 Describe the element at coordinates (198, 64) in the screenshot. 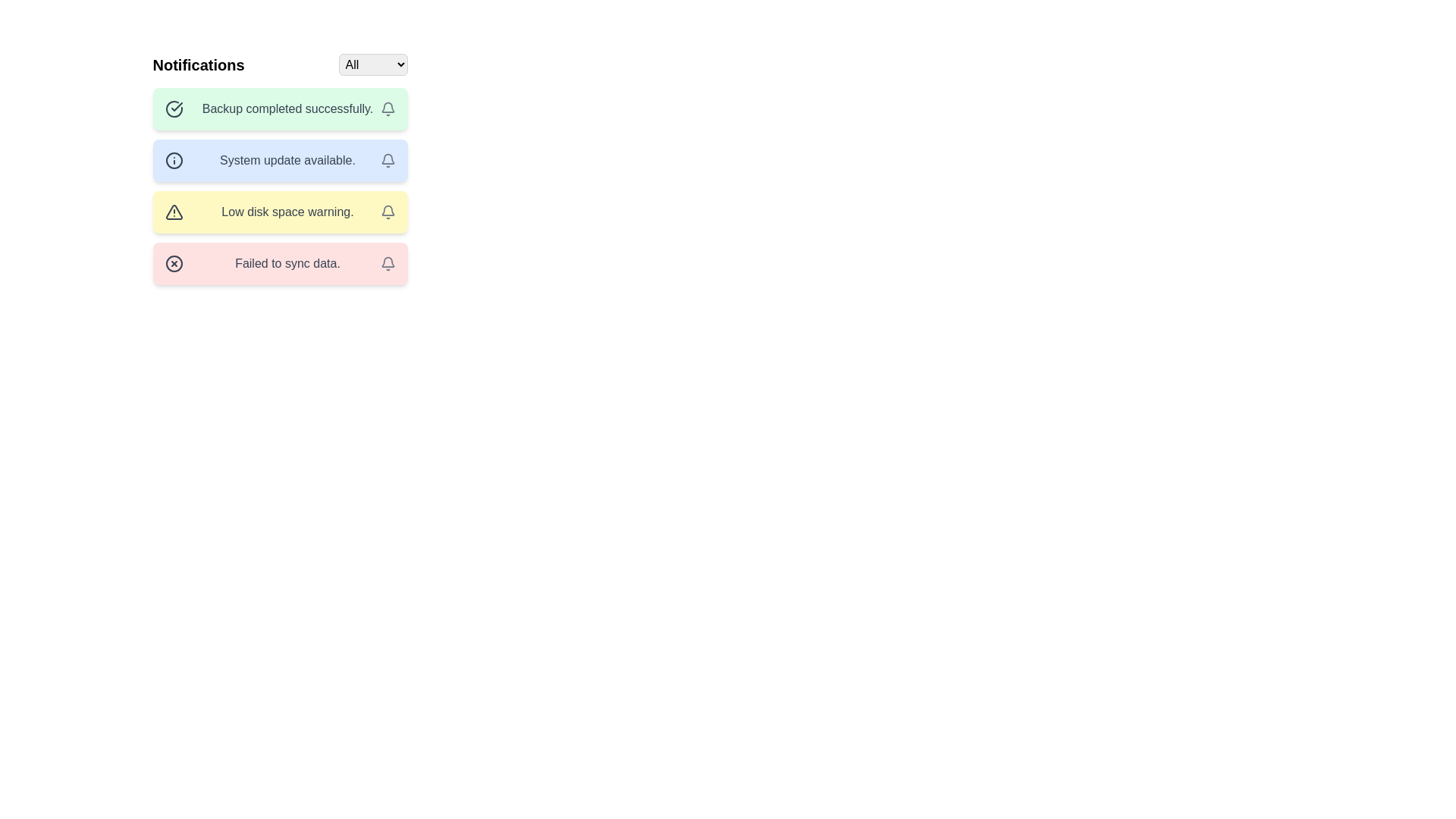

I see `the static text label displaying 'Notifications', which is styled prominently and positioned at the top-left of the notifications section` at that location.